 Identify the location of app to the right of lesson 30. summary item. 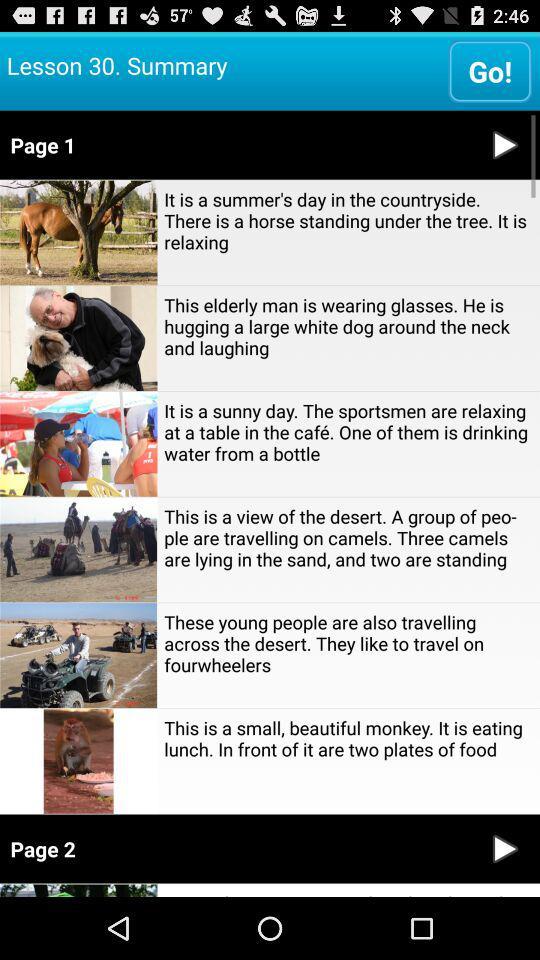
(489, 70).